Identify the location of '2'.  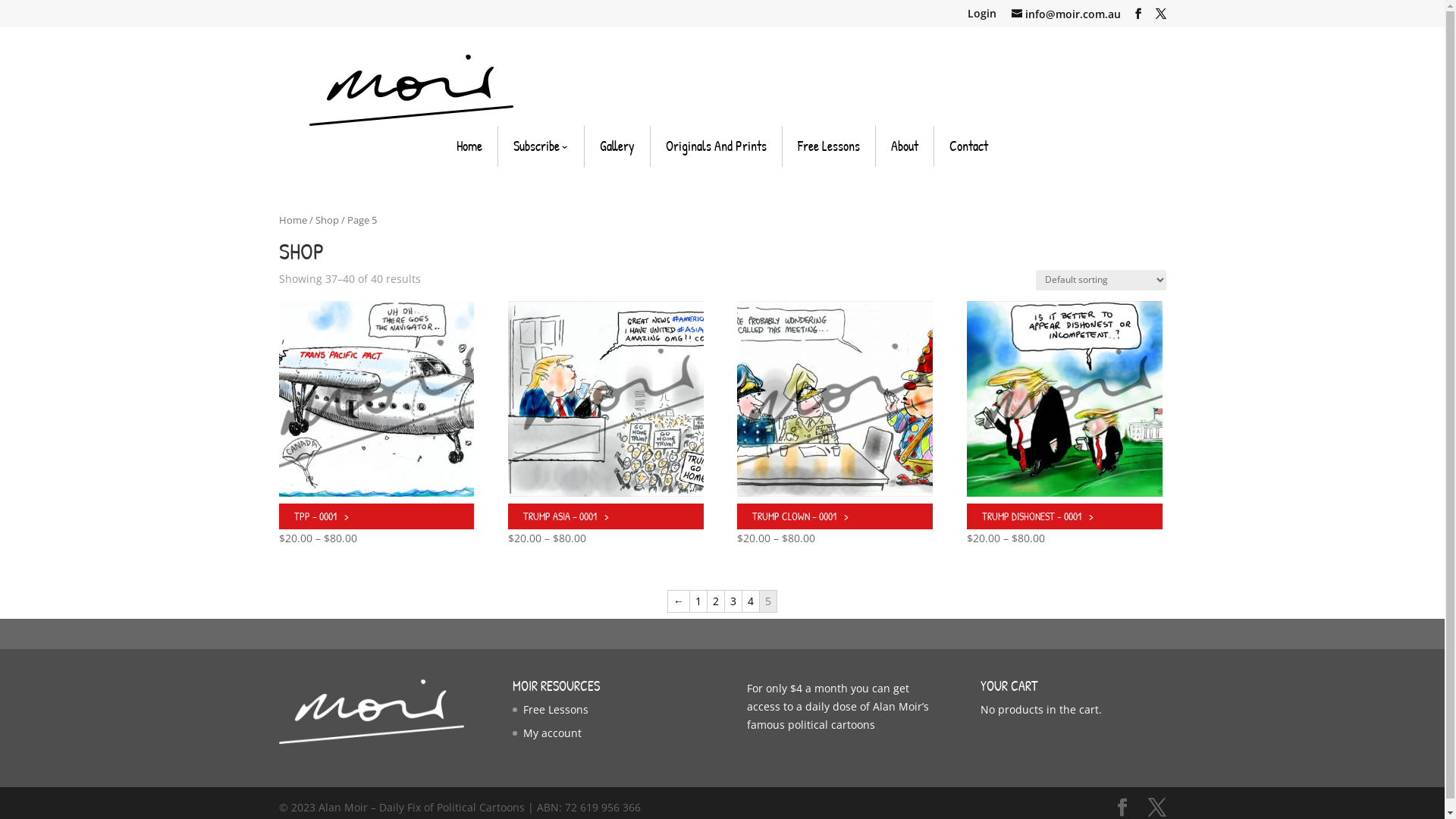
(715, 601).